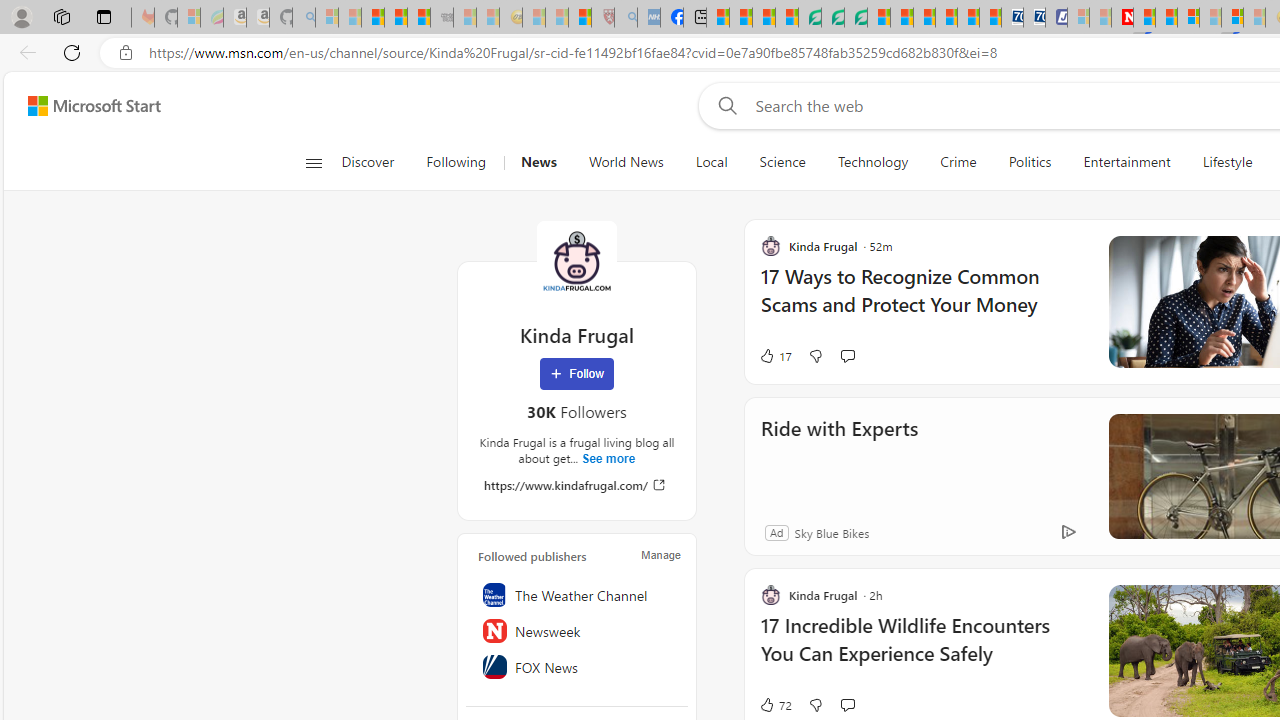  Describe the element at coordinates (607, 458) in the screenshot. I see `'See more'` at that location.